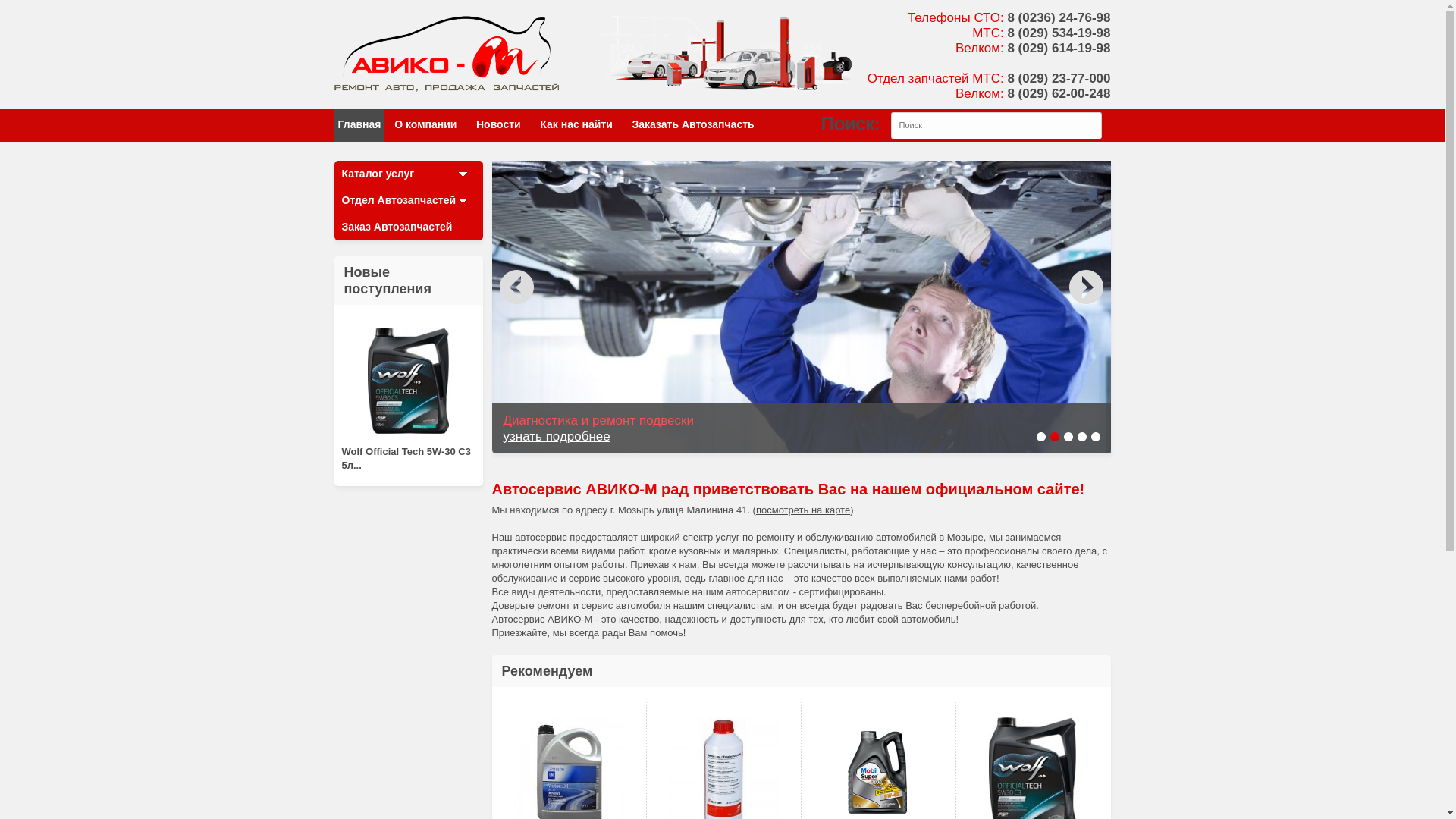 Image resolution: width=1456 pixels, height=819 pixels. What do you see at coordinates (1080, 436) in the screenshot?
I see `'4'` at bounding box center [1080, 436].